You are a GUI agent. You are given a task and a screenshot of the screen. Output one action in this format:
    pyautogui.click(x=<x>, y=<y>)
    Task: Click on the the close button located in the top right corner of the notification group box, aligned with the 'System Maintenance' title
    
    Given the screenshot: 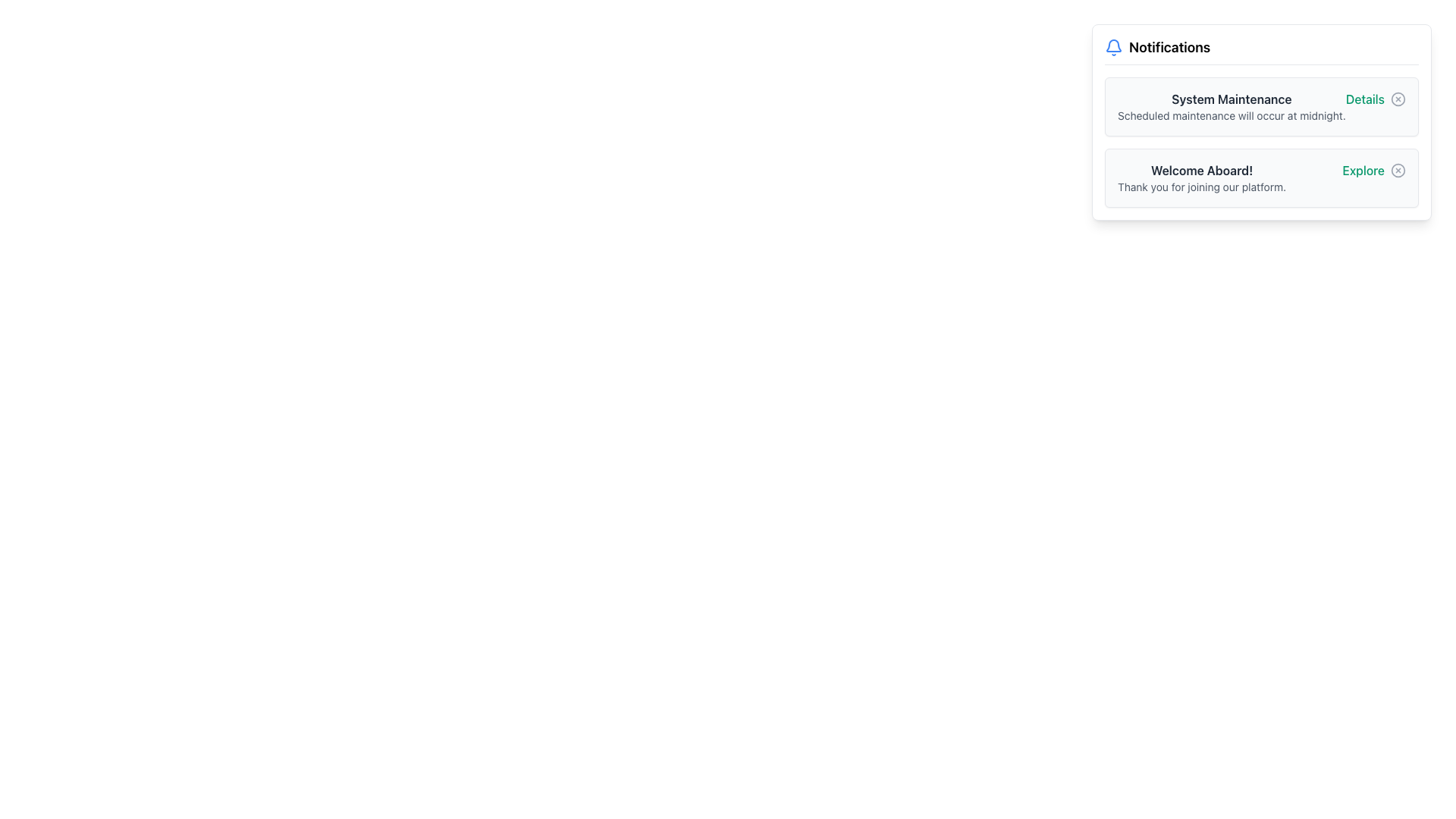 What is the action you would take?
    pyautogui.click(x=1397, y=99)
    